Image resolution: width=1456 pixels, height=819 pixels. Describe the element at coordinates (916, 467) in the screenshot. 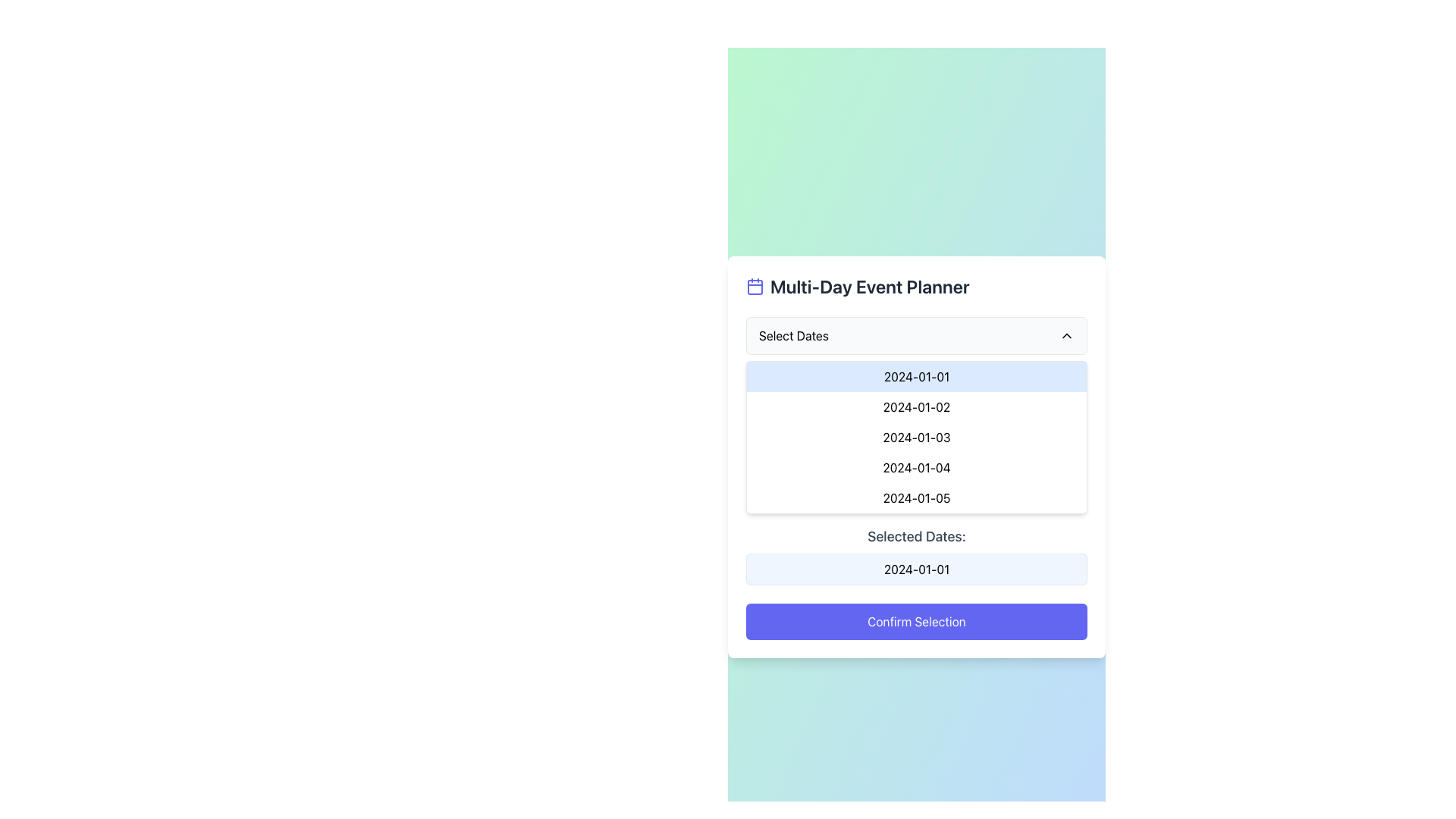

I see `the text entry displaying the date '2024-01-04'` at that location.